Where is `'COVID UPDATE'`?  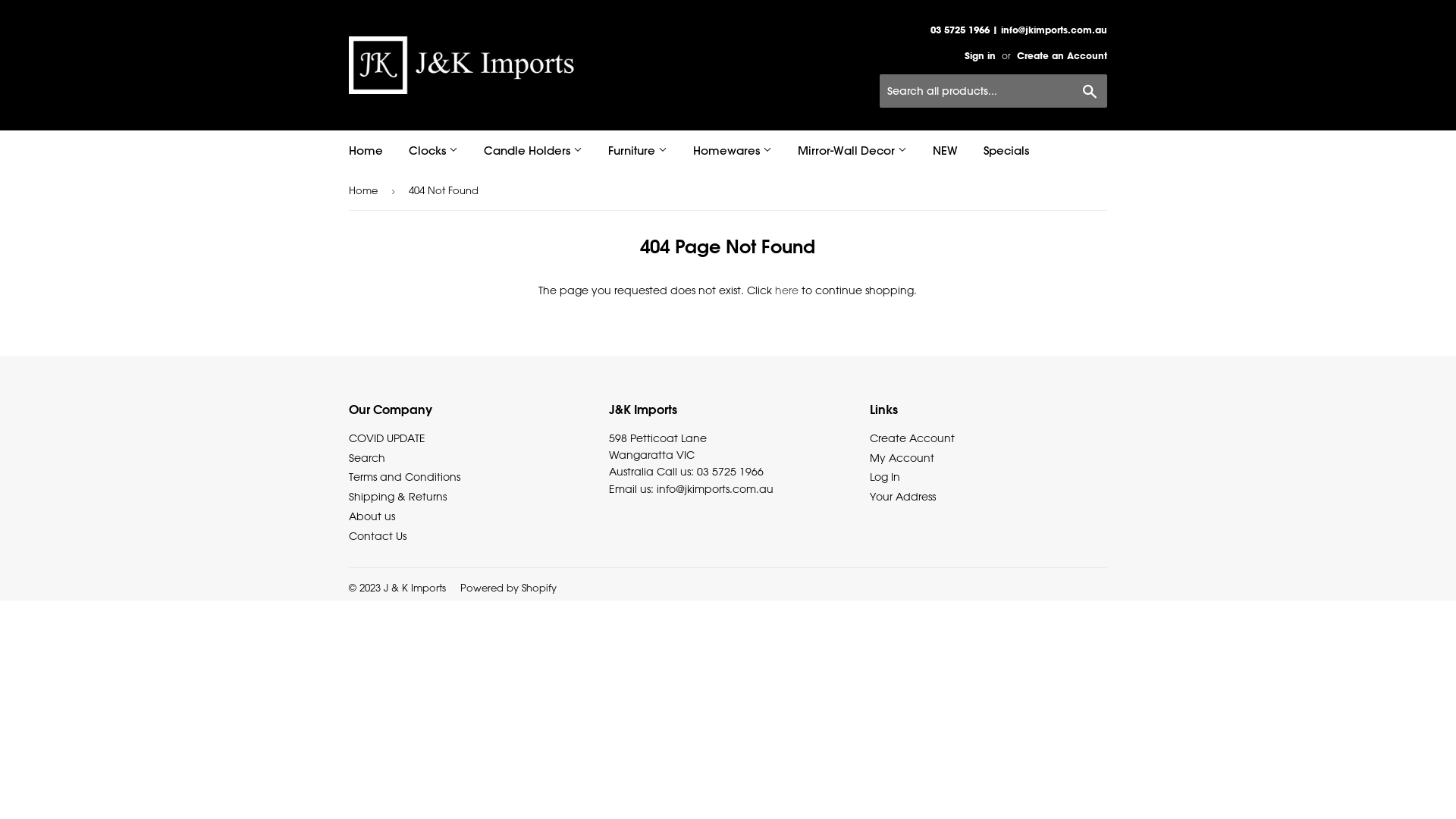
'COVID UPDATE' is located at coordinates (348, 438).